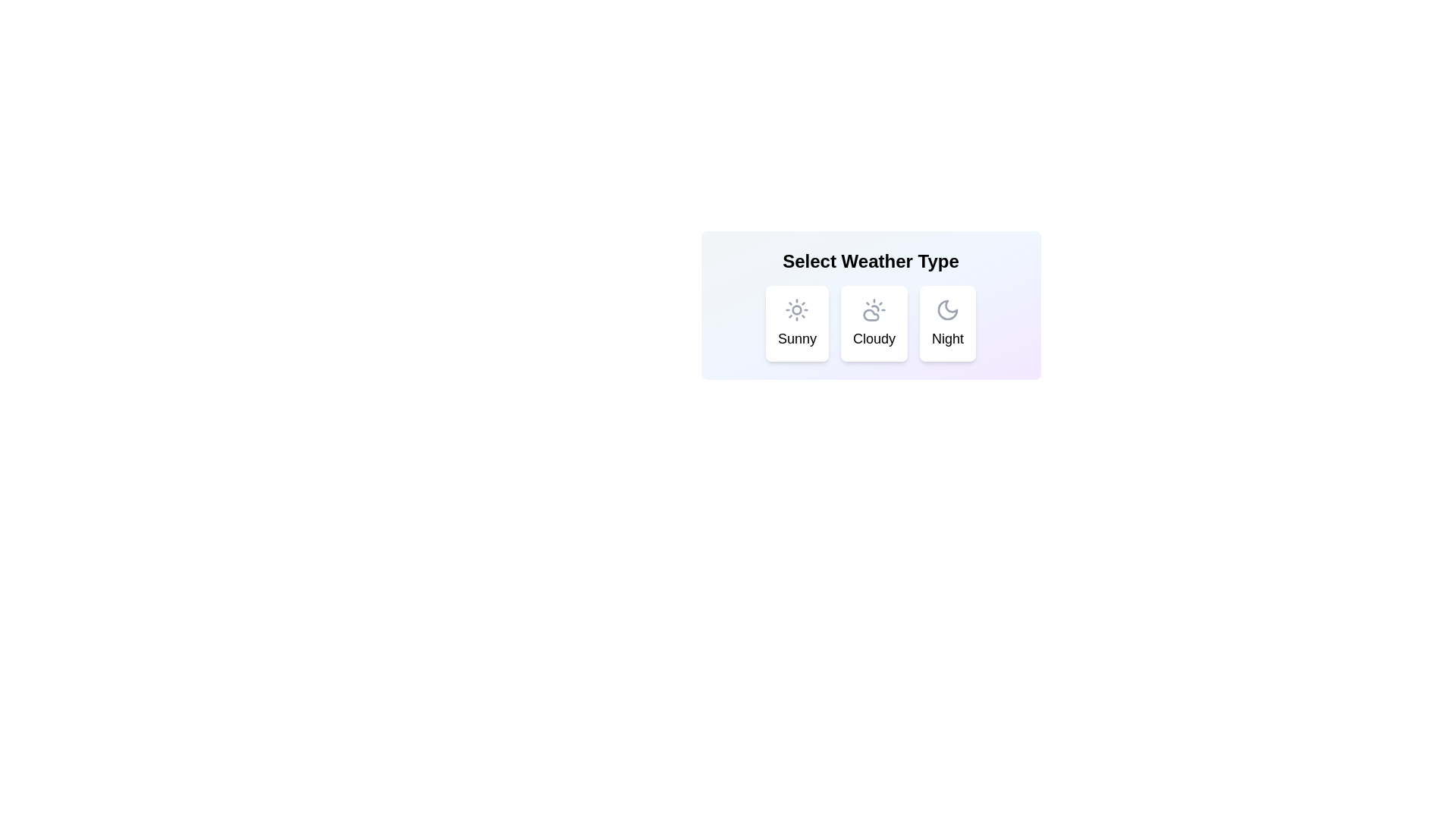 The height and width of the screenshot is (819, 1456). I want to click on the weather chip labeled Cloudy to trigger visual feedback, so click(874, 323).